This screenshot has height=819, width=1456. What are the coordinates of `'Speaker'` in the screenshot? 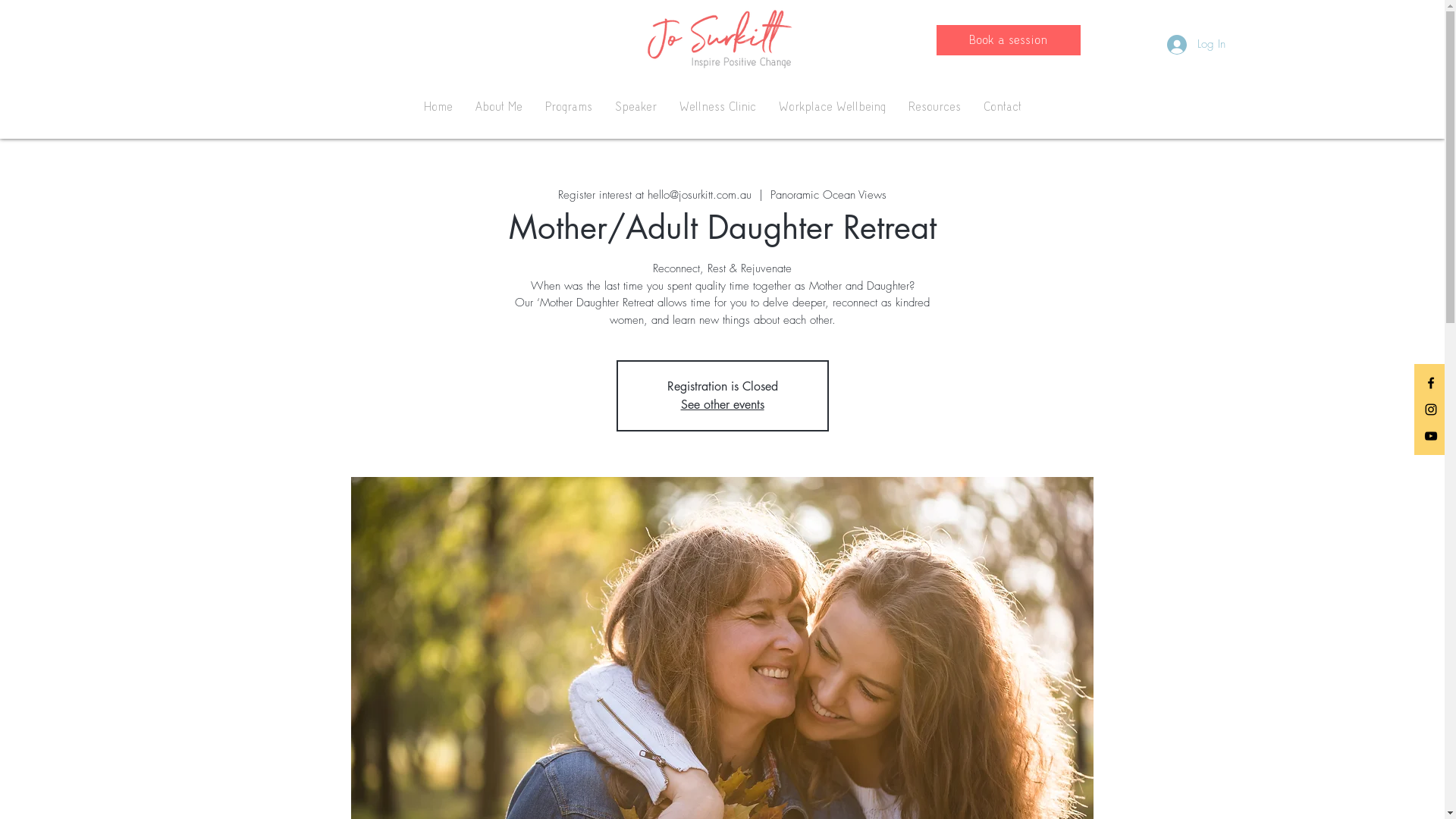 It's located at (603, 106).